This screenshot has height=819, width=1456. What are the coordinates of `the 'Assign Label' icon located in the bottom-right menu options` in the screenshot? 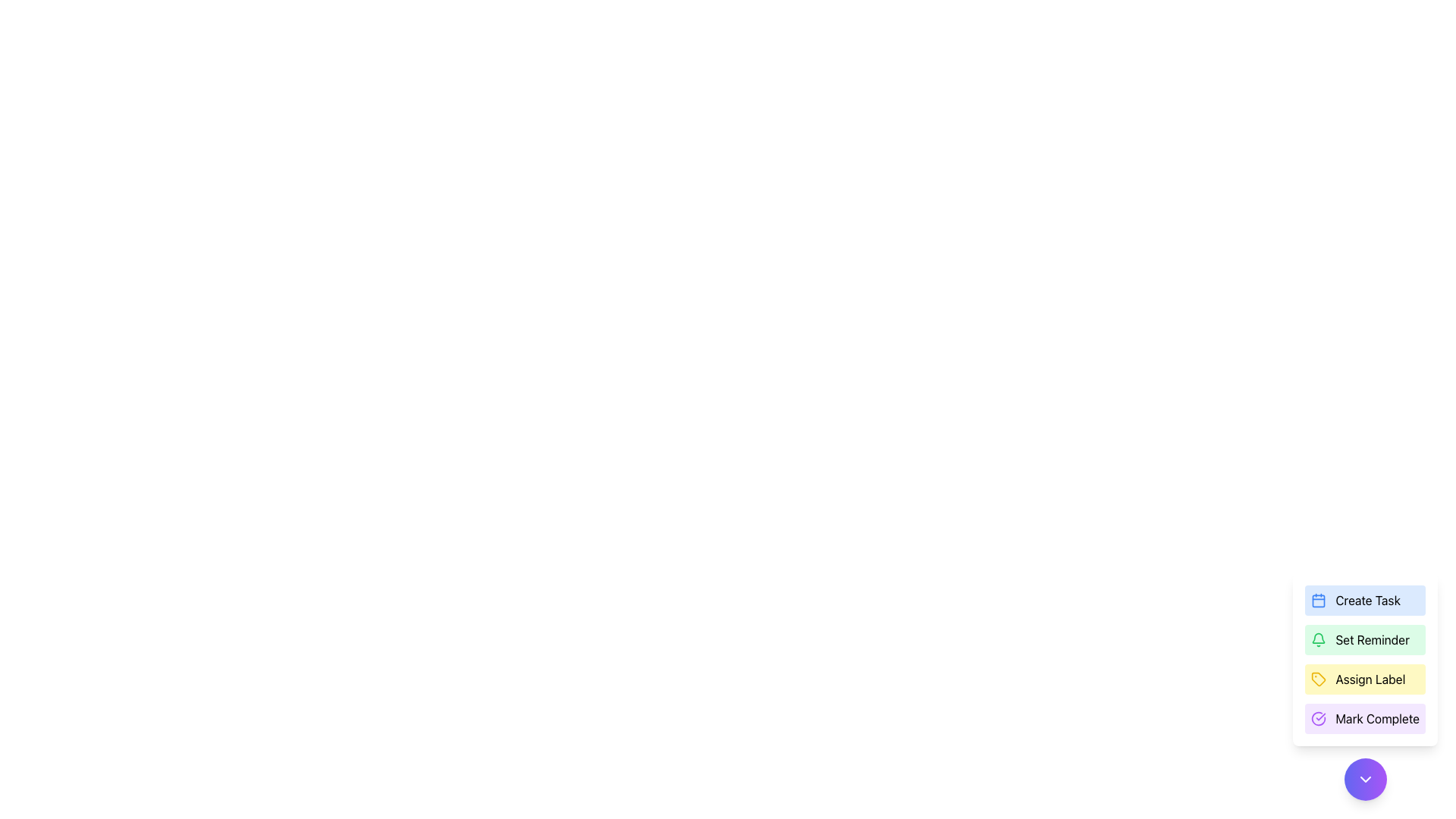 It's located at (1318, 678).